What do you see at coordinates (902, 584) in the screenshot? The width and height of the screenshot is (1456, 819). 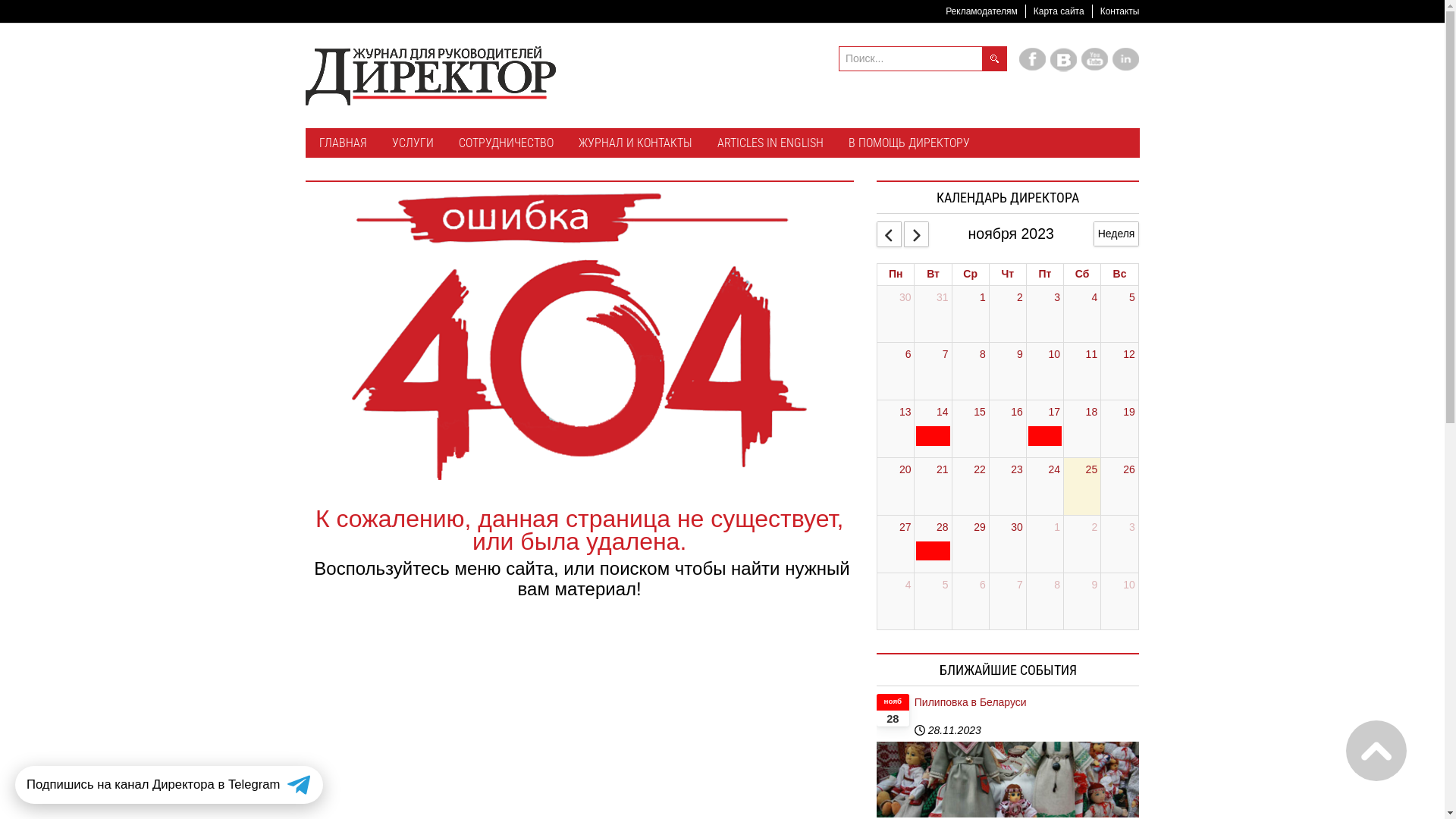 I see `'4'` at bounding box center [902, 584].